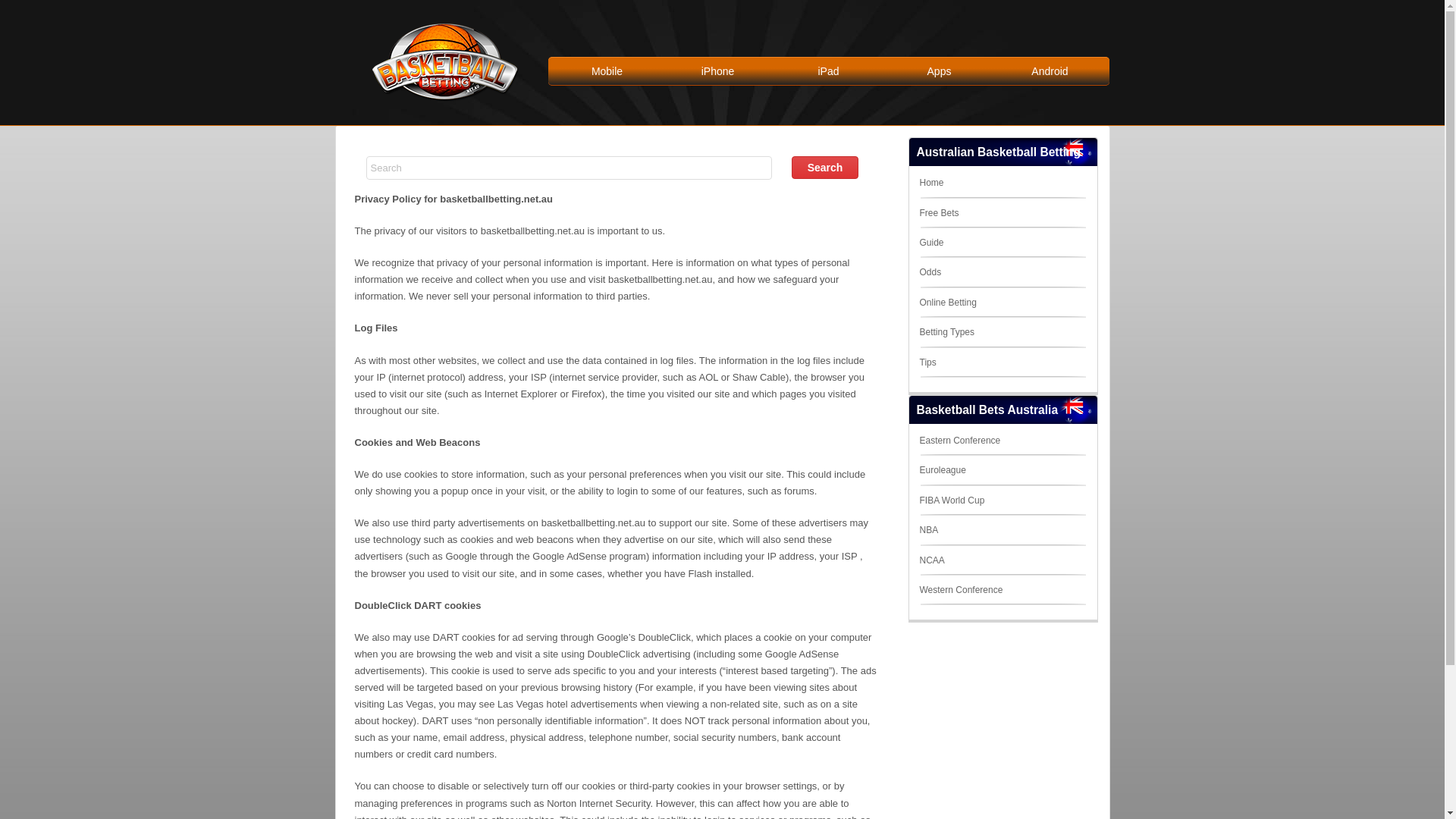 Image resolution: width=1456 pixels, height=819 pixels. Describe the element at coordinates (918, 331) in the screenshot. I see `'Betting Types'` at that location.